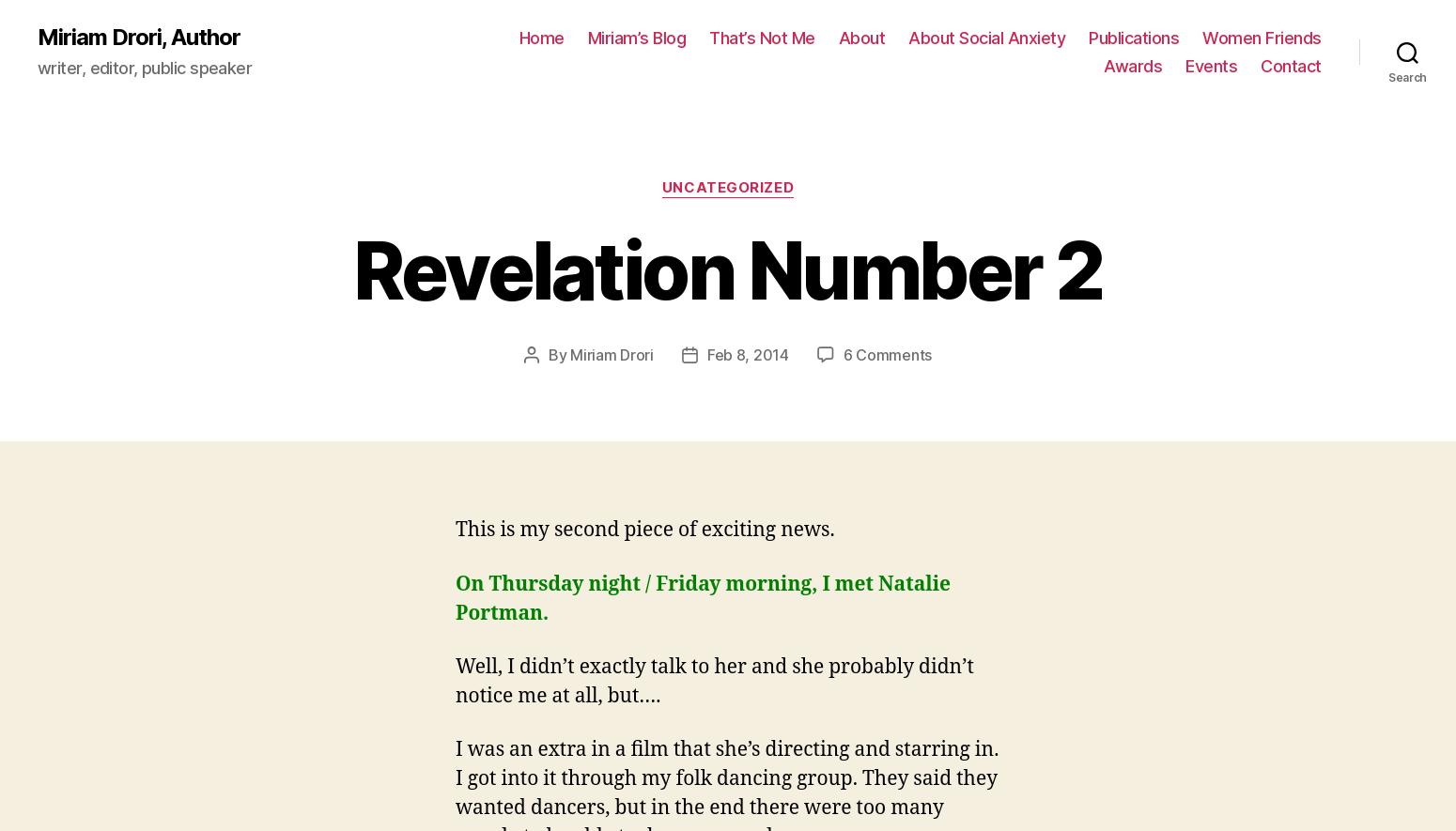  Describe the element at coordinates (454, 444) in the screenshot. I see `'Good for you. I think doing anything like that must require an enormous amount of patience! (Two of my nephews have been involved in films and I heard a lot about how “boring” it was when they weren’t doing something.)'` at that location.